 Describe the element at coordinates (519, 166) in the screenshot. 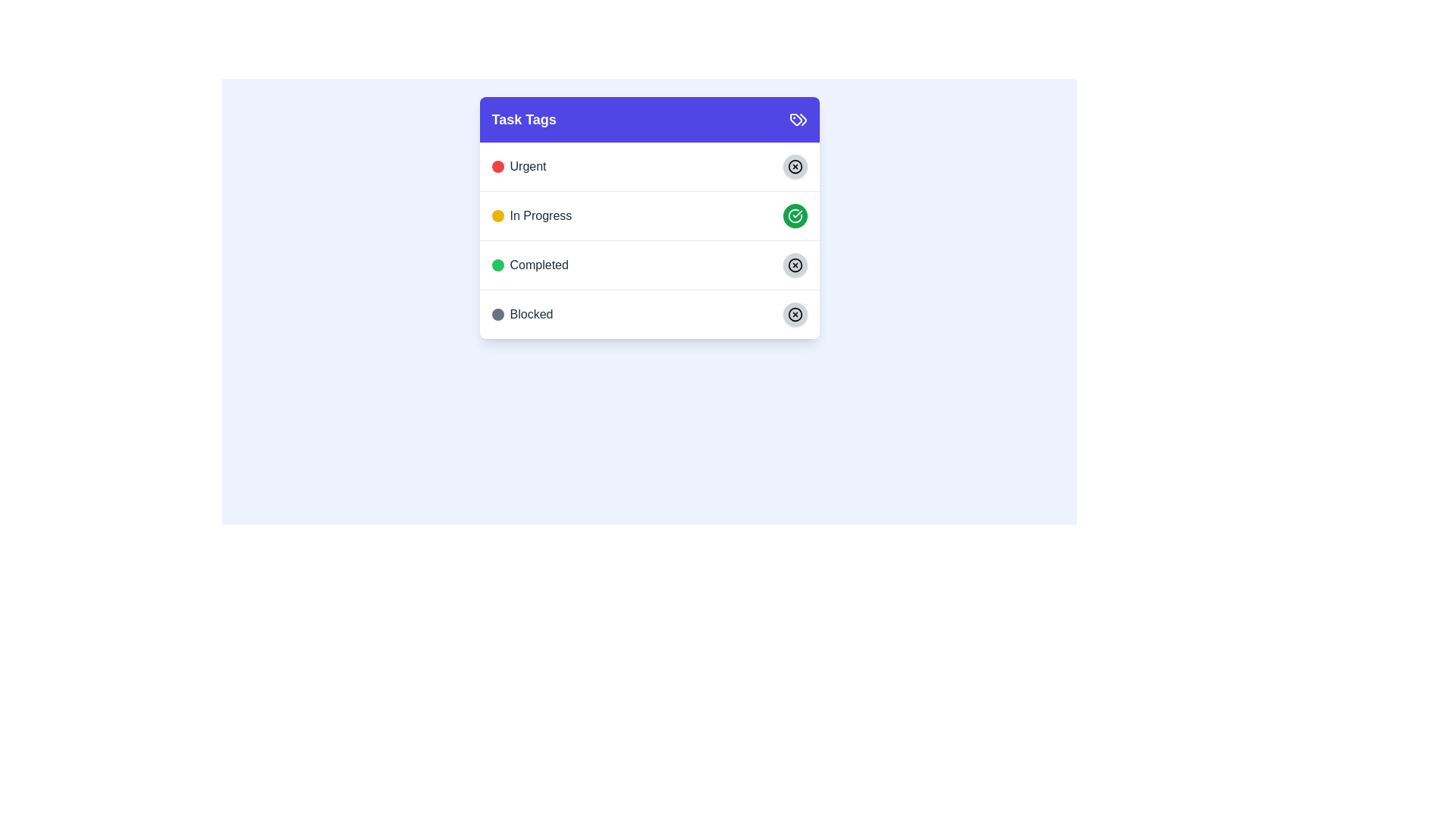

I see `the 'Urgent' labeled tag element located at the top of the 'Task Tags' section` at that location.